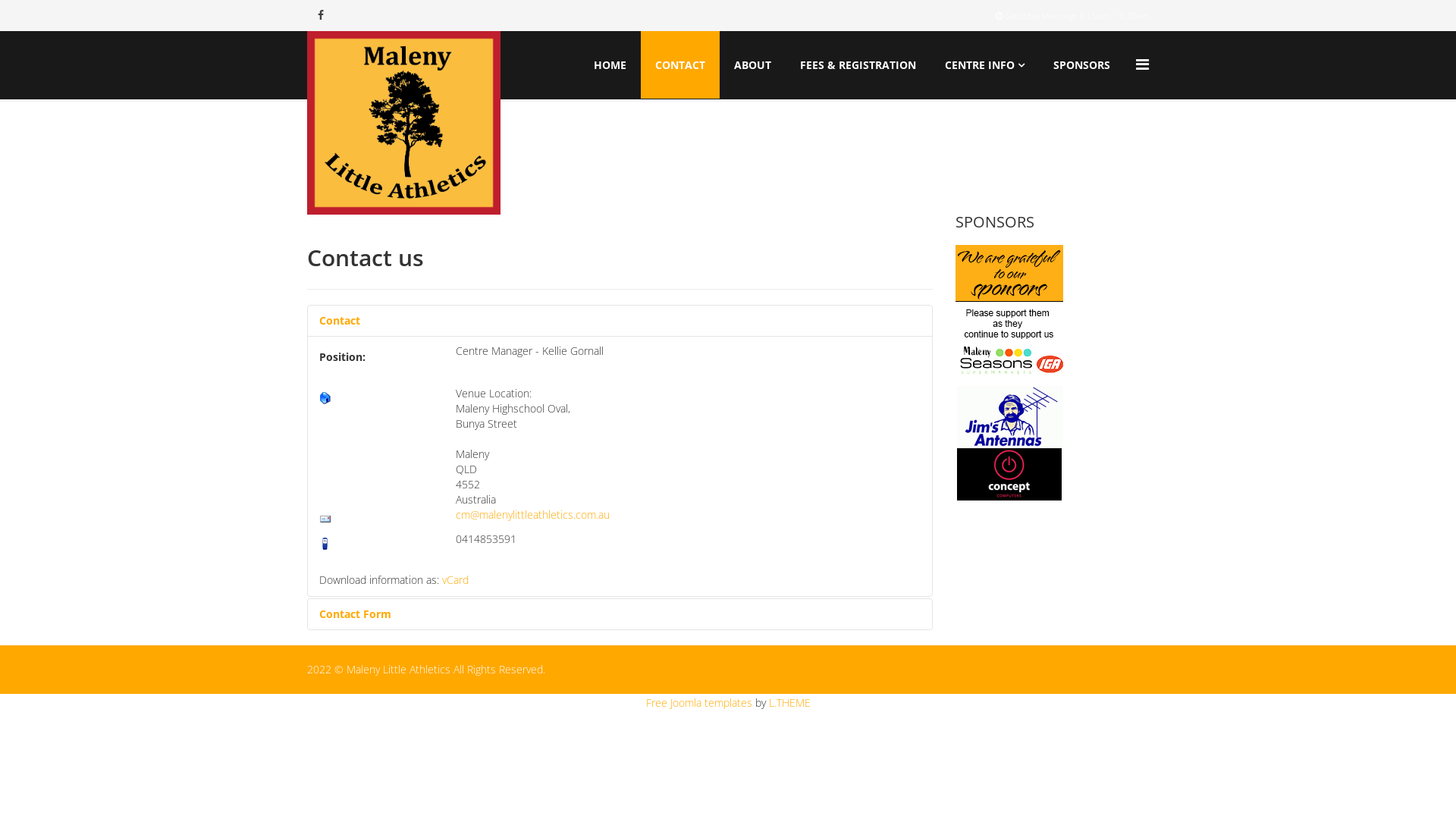 The height and width of the screenshot is (819, 1456). I want to click on 'cm@malenylittleathletics.com.au', so click(532, 513).